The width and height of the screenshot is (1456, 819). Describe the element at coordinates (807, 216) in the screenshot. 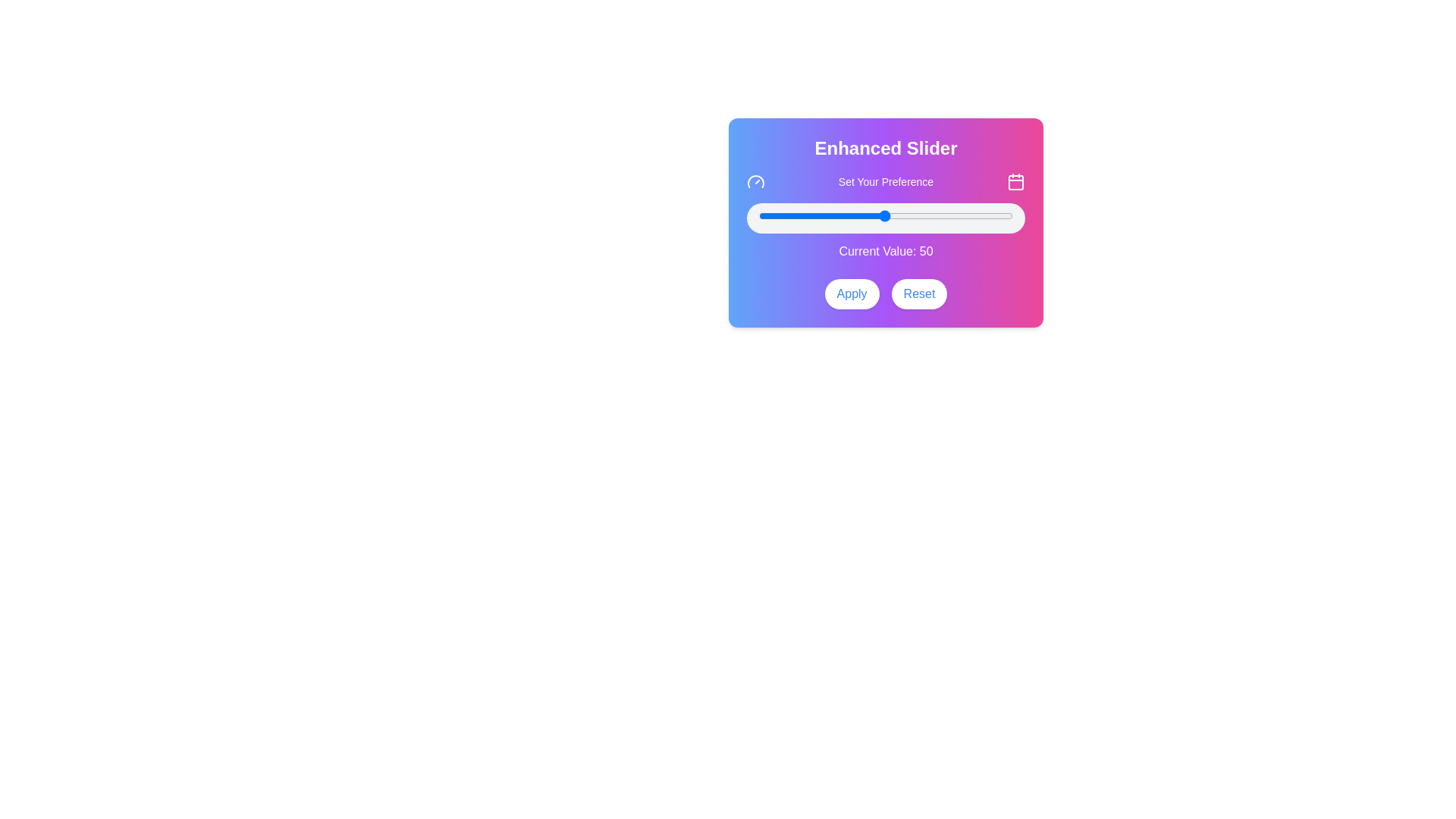

I see `the slider` at that location.